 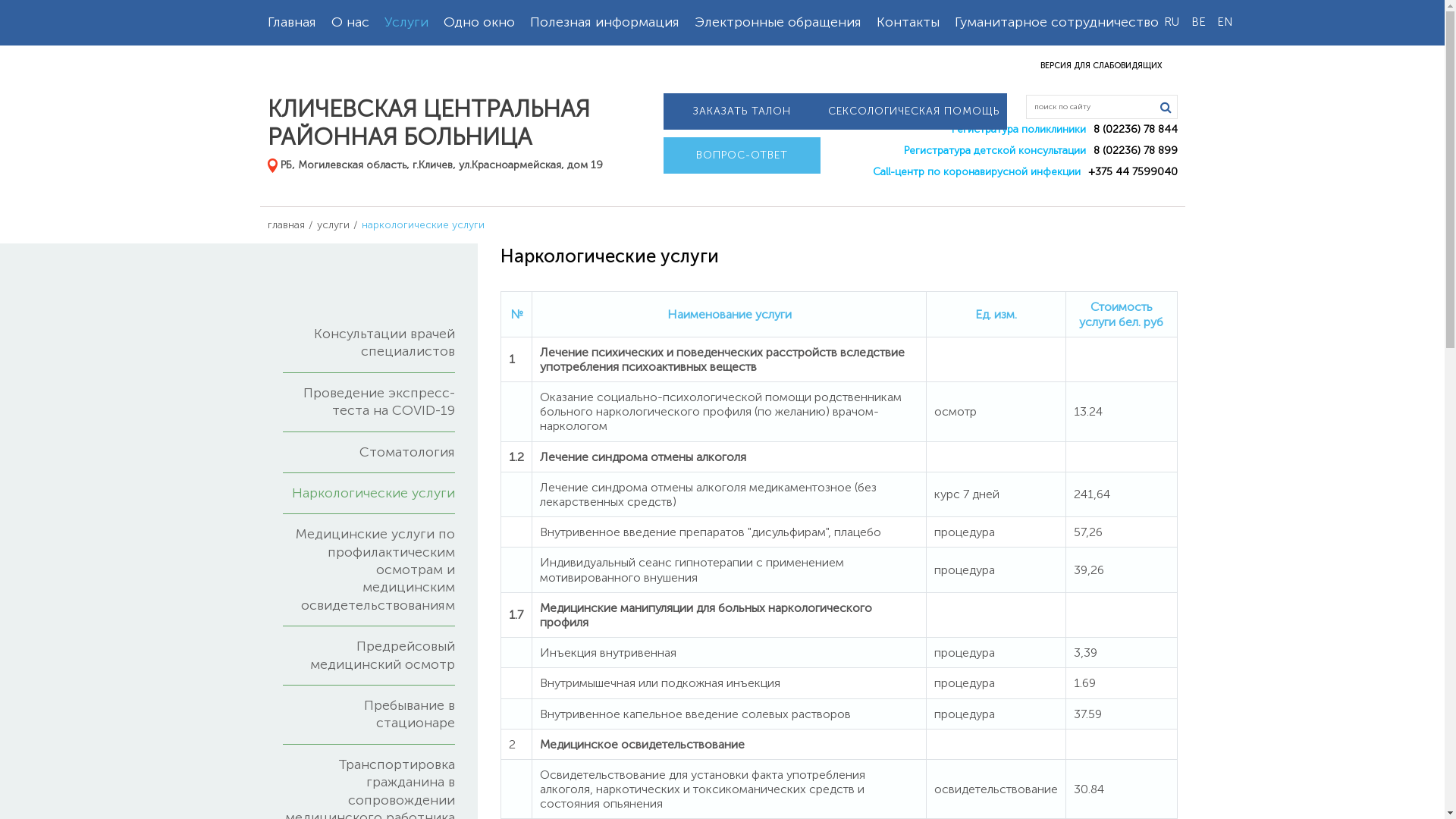 What do you see at coordinates (1197, 22) in the screenshot?
I see `'BE'` at bounding box center [1197, 22].